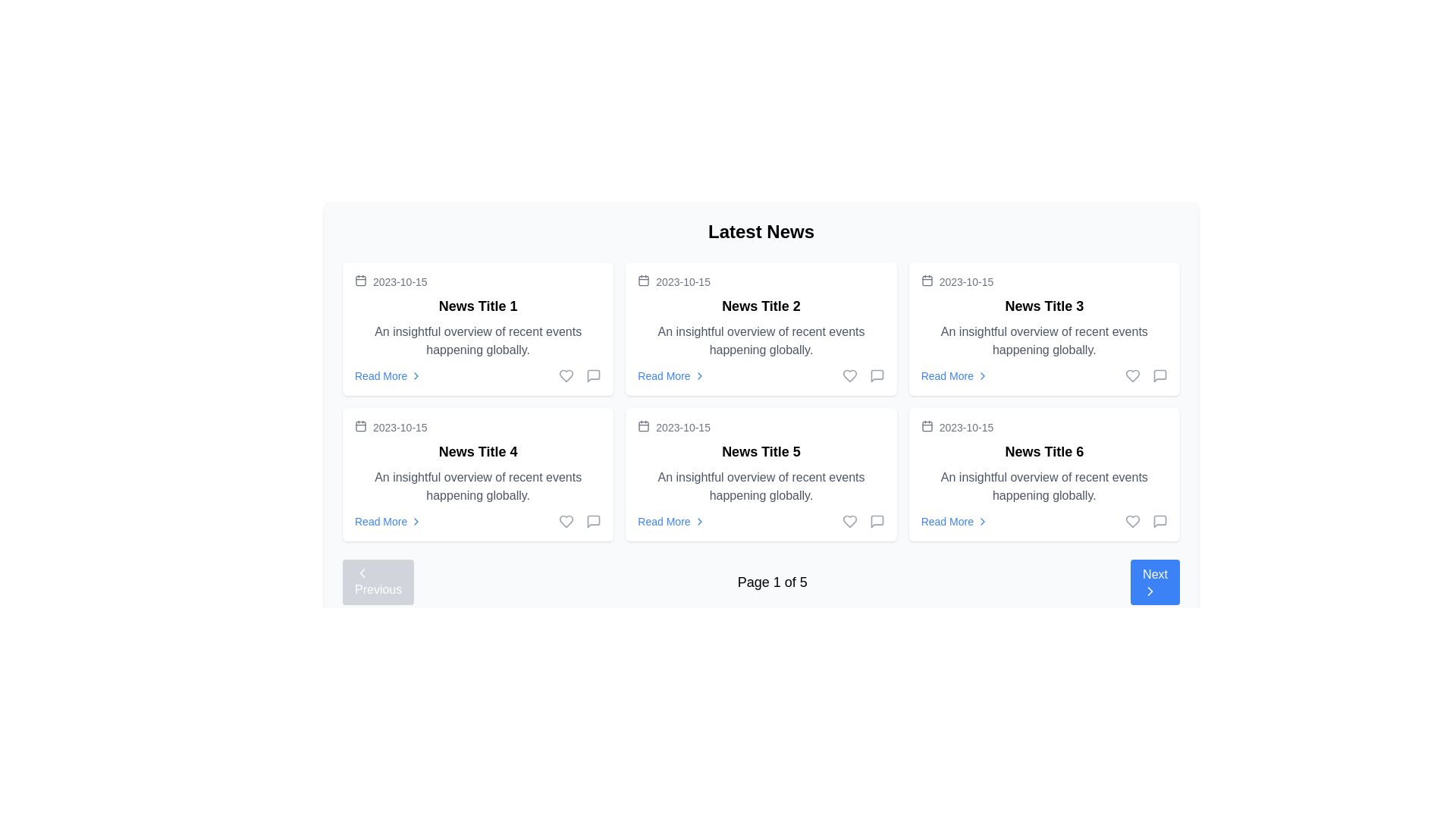 Image resolution: width=1456 pixels, height=819 pixels. I want to click on the 'Read More' hyperlinked text at the bottom of the fifth news card, so click(664, 520).